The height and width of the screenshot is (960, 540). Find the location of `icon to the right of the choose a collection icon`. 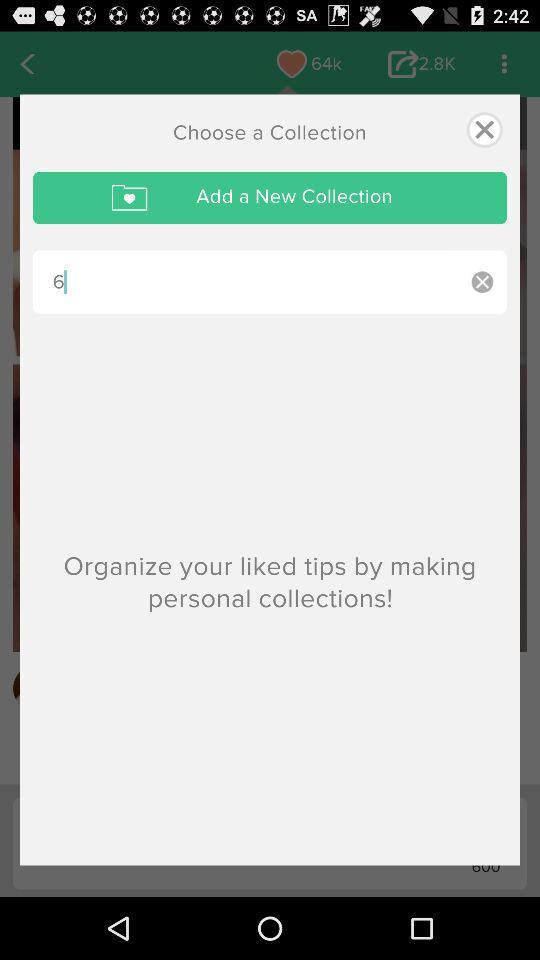

icon to the right of the choose a collection icon is located at coordinates (483, 128).